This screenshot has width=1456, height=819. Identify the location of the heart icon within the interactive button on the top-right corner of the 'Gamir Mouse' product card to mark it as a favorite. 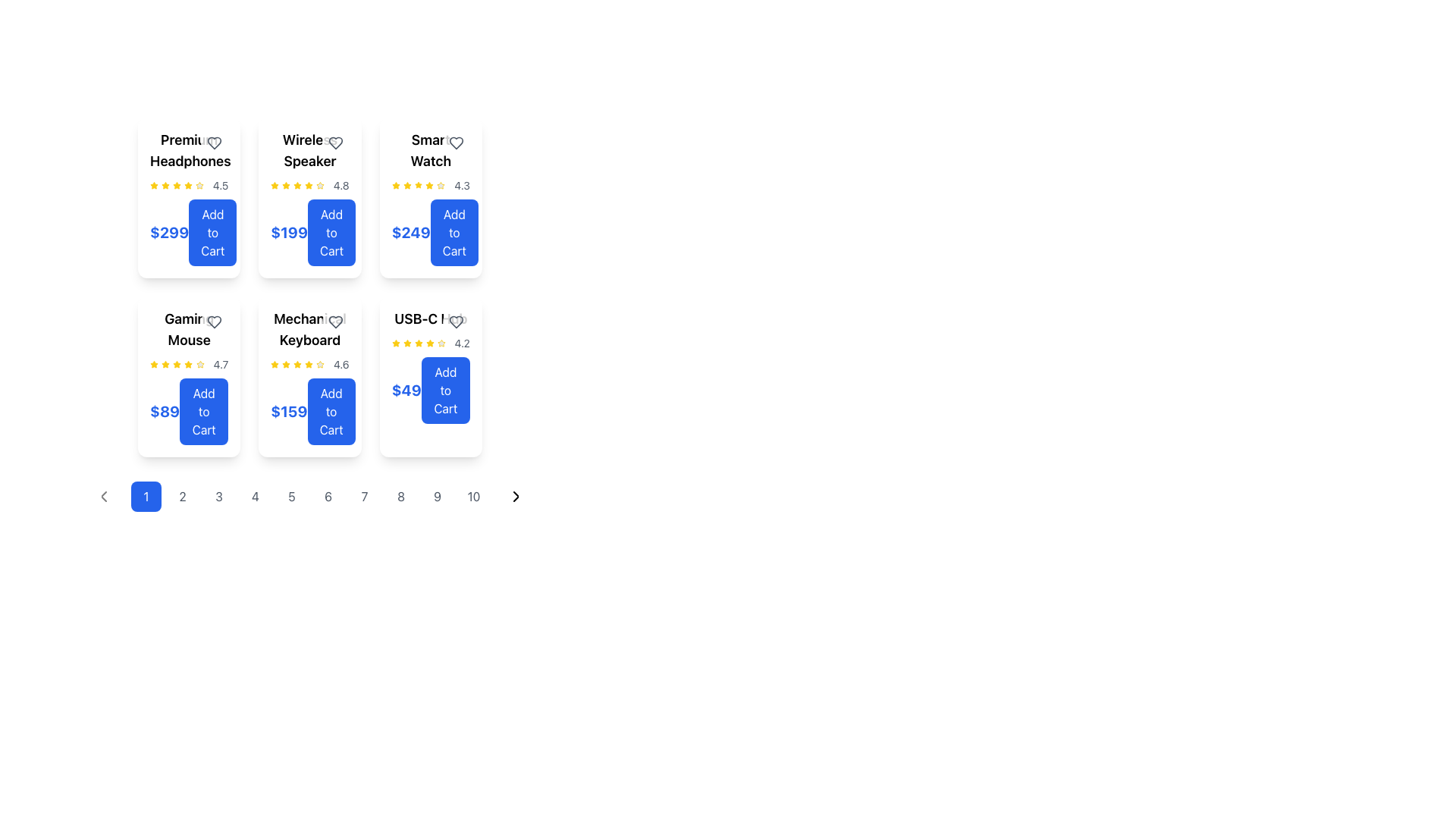
(214, 321).